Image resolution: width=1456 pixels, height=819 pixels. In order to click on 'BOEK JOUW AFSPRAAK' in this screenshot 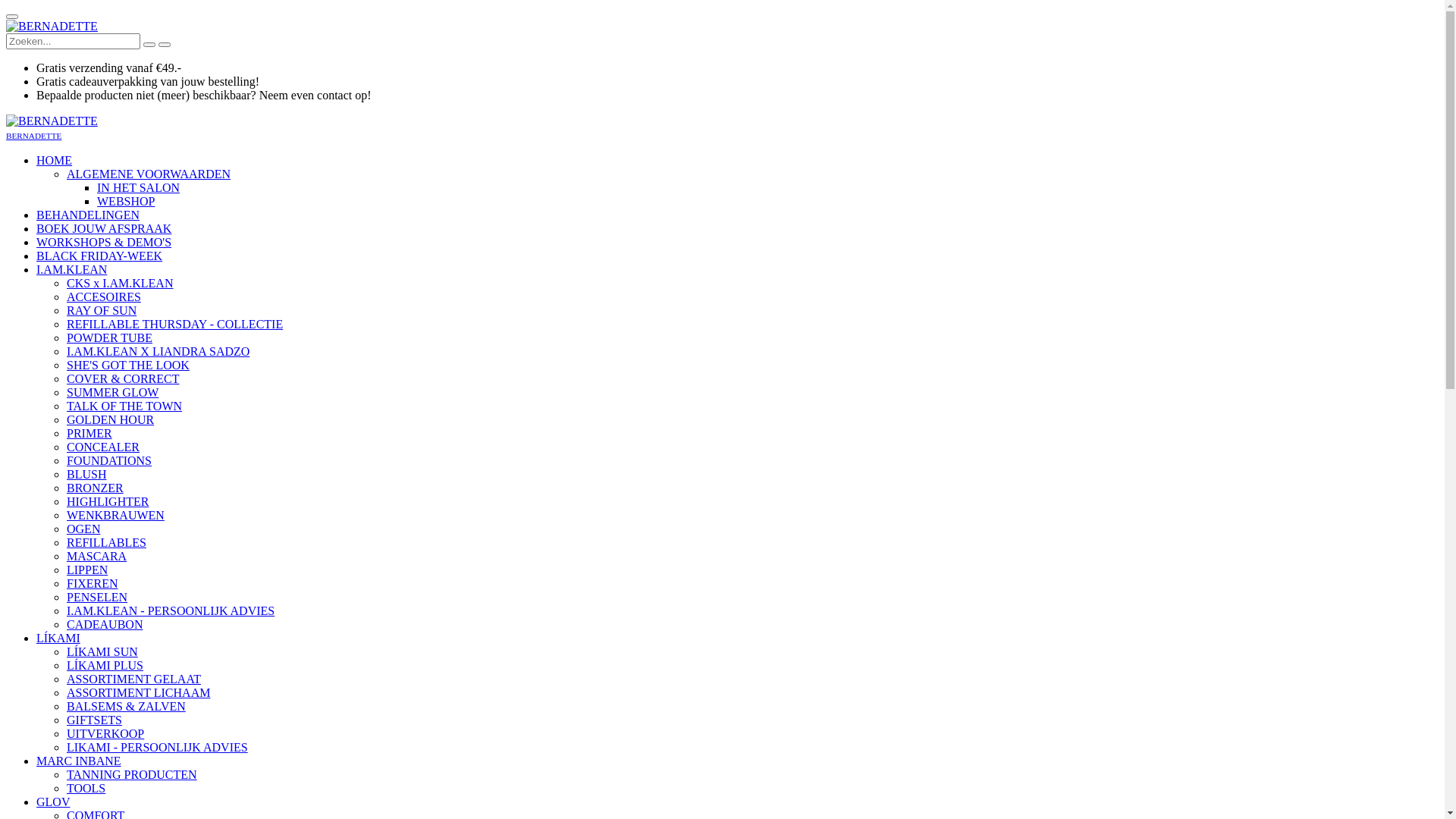, I will do `click(103, 228)`.